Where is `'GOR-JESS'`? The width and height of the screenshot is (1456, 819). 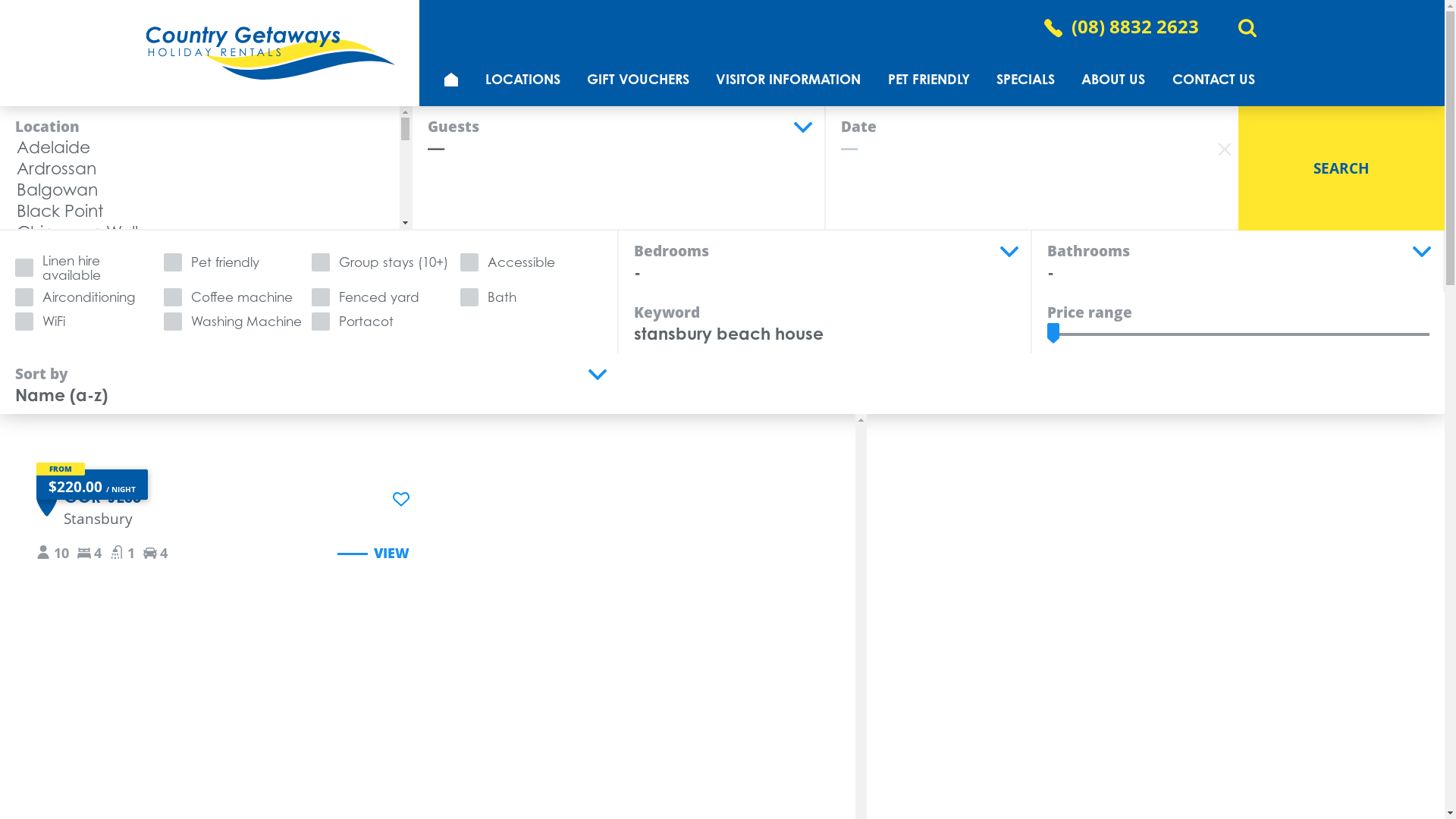 'GOR-JESS' is located at coordinates (101, 496).